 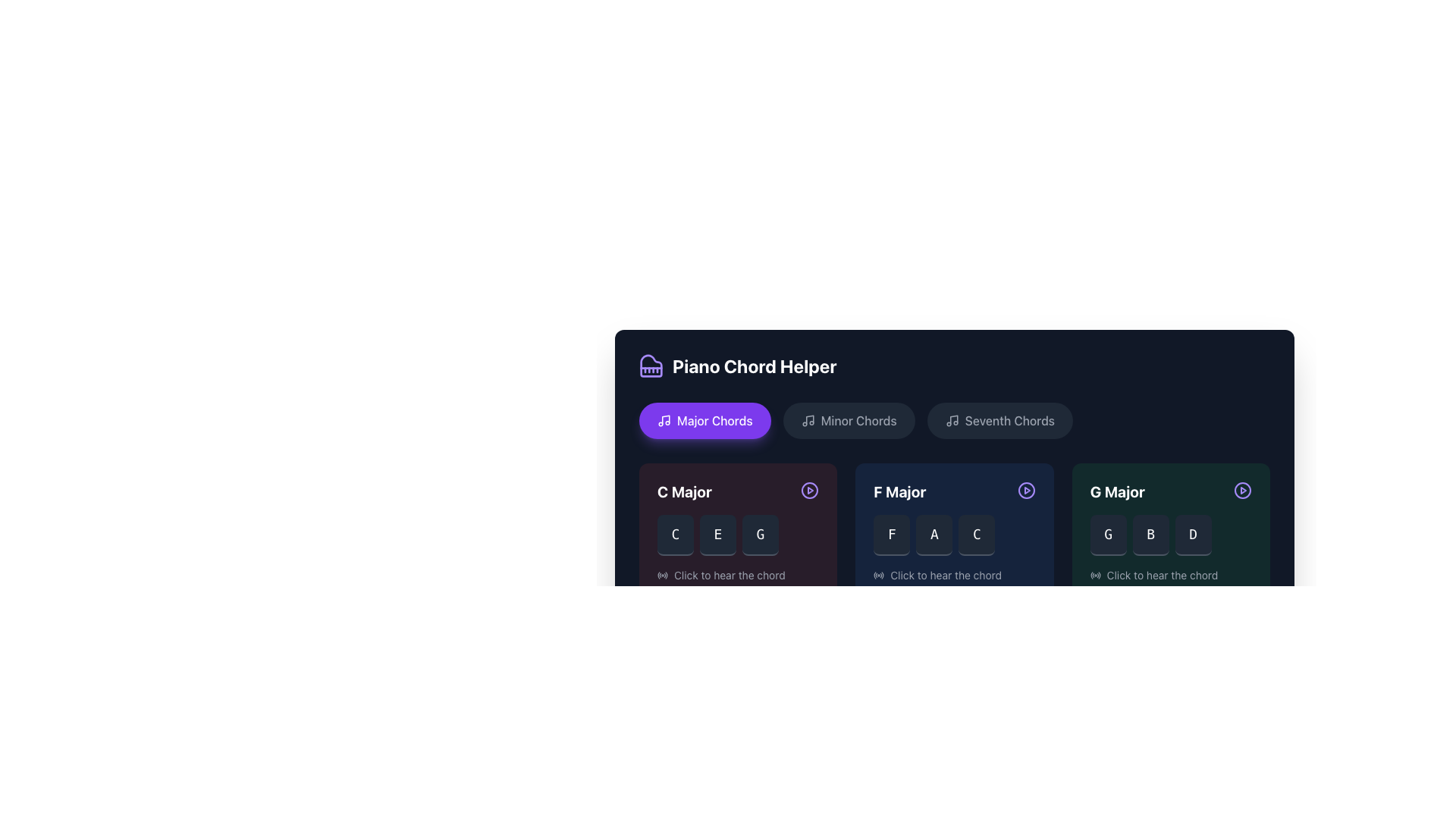 What do you see at coordinates (730, 576) in the screenshot?
I see `the instruction provided by the text label for the 'C Major' chord demonstration located in the chord information section` at bounding box center [730, 576].